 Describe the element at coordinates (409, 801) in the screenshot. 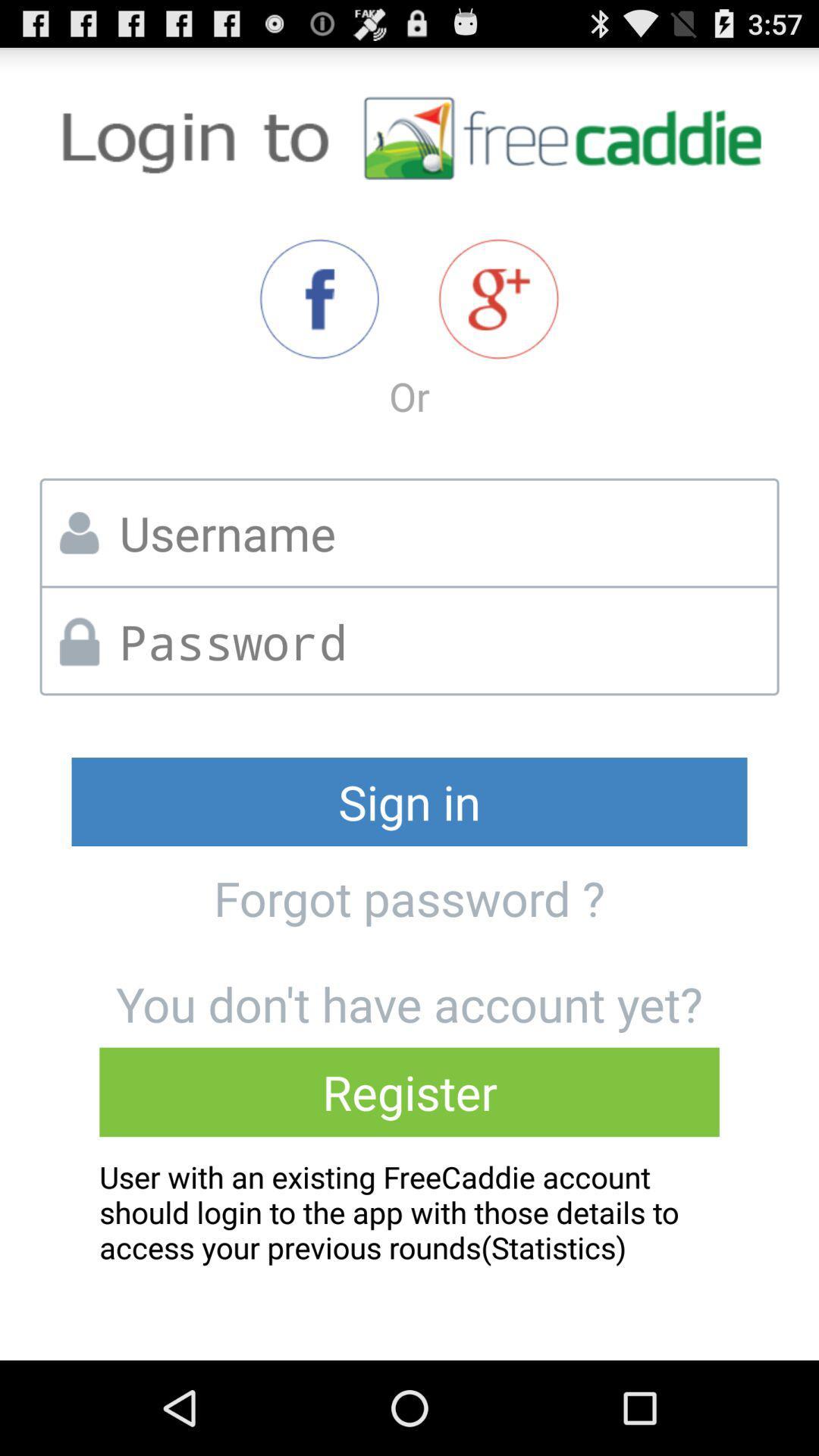

I see `the sign in icon` at that location.